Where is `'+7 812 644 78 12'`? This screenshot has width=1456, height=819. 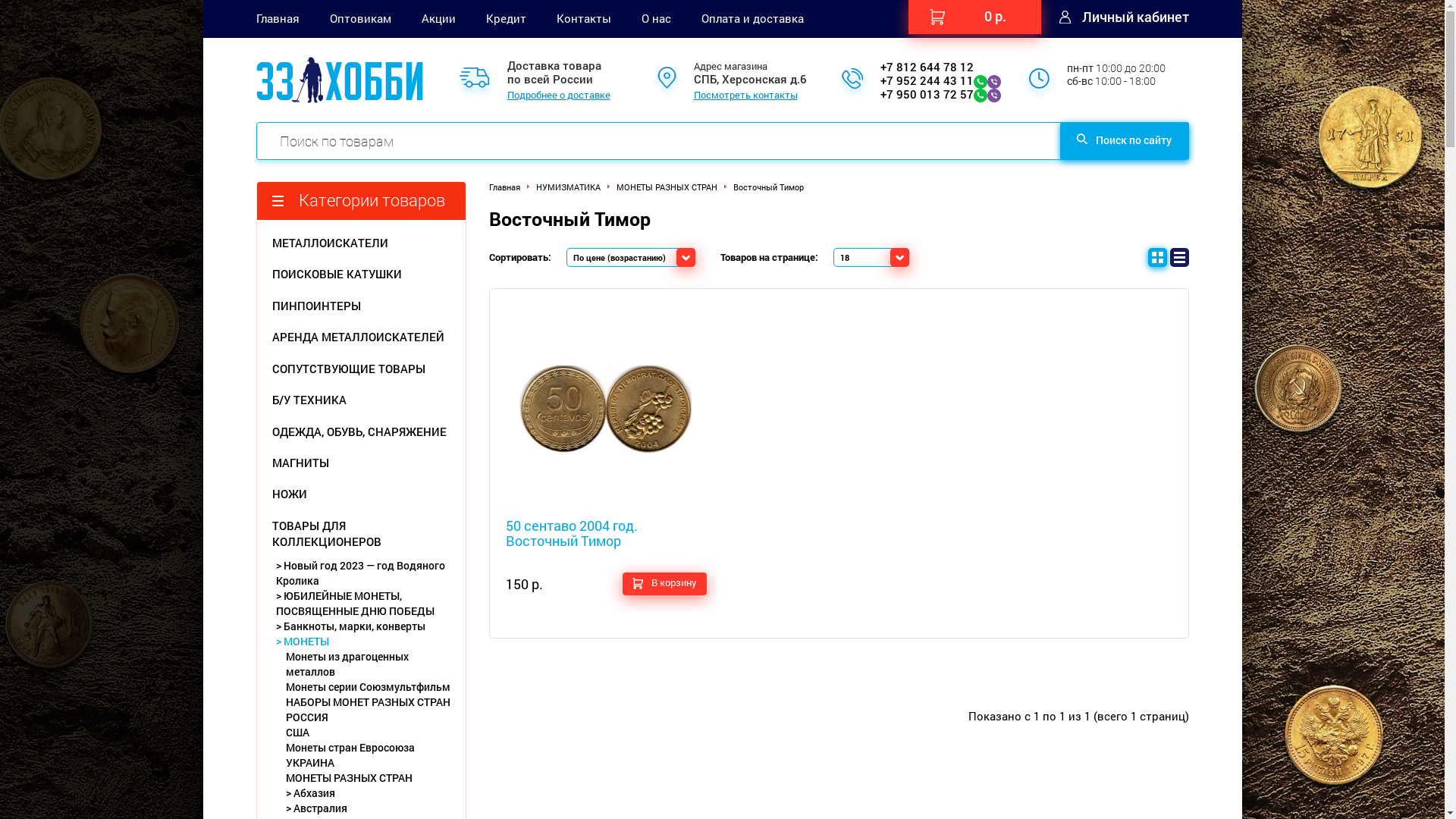 '+7 812 644 78 12' is located at coordinates (880, 65).